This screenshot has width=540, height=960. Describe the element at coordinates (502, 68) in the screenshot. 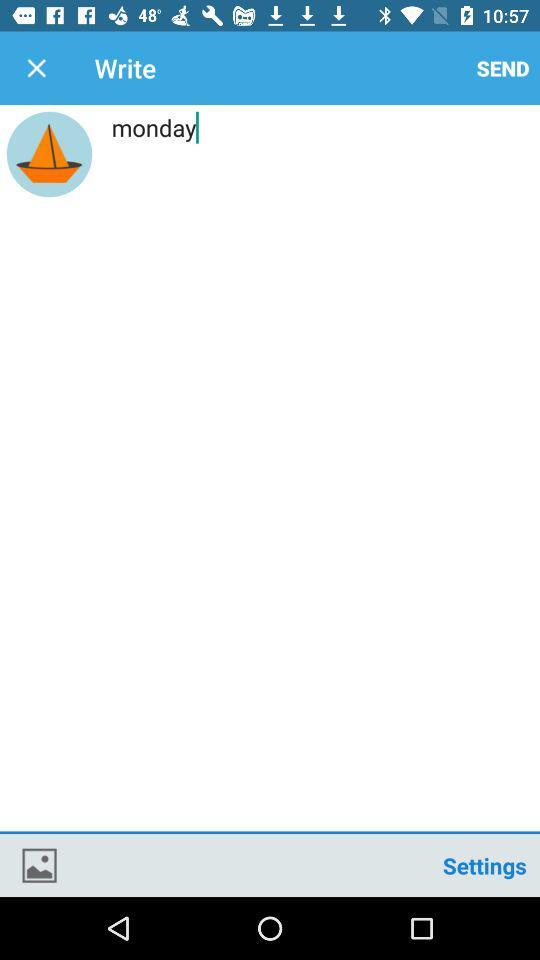

I see `icon at the top right corner` at that location.